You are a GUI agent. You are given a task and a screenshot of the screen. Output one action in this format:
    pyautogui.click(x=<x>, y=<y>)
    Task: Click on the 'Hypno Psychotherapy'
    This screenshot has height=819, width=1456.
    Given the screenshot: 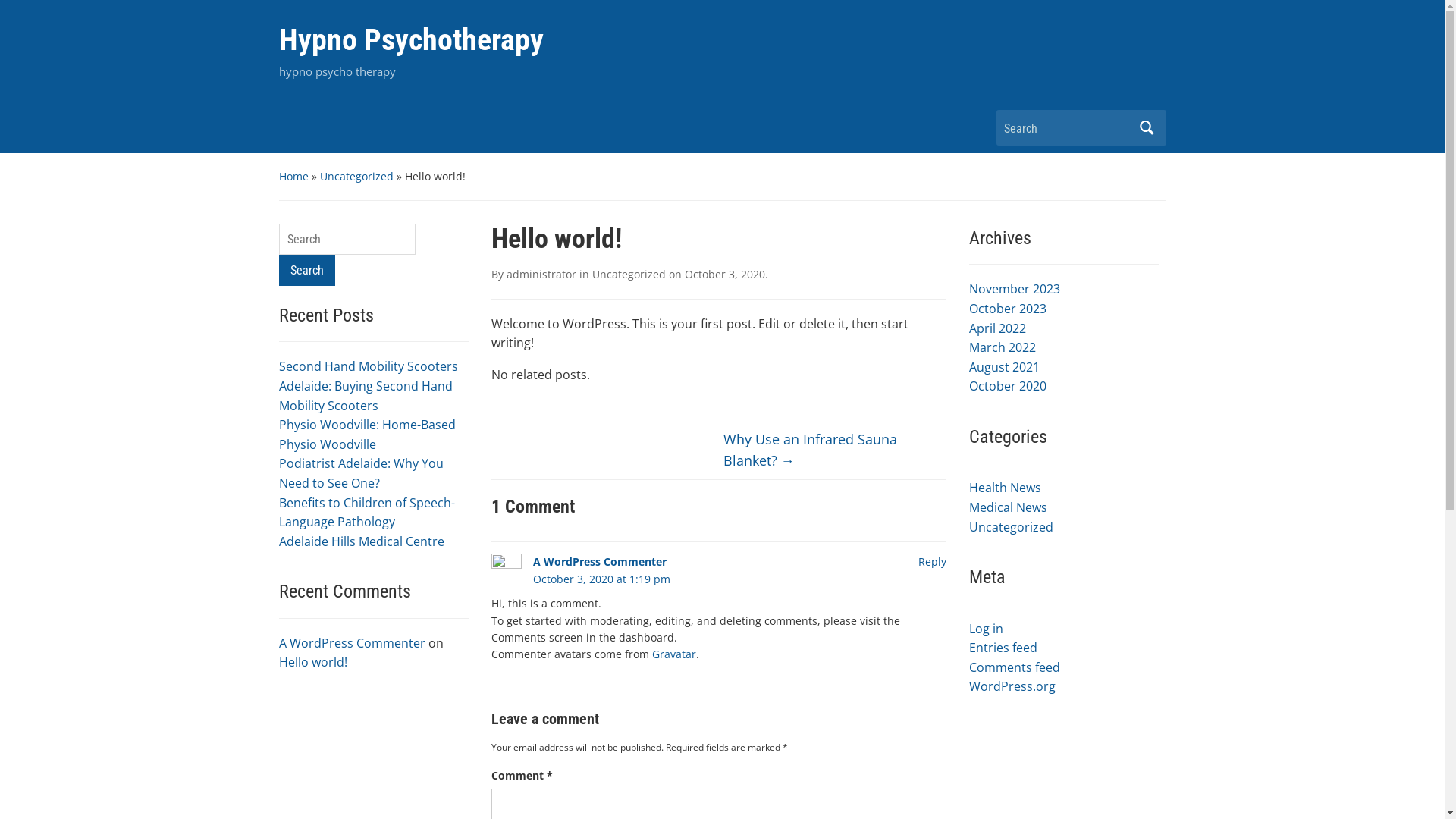 What is the action you would take?
    pyautogui.click(x=411, y=39)
    